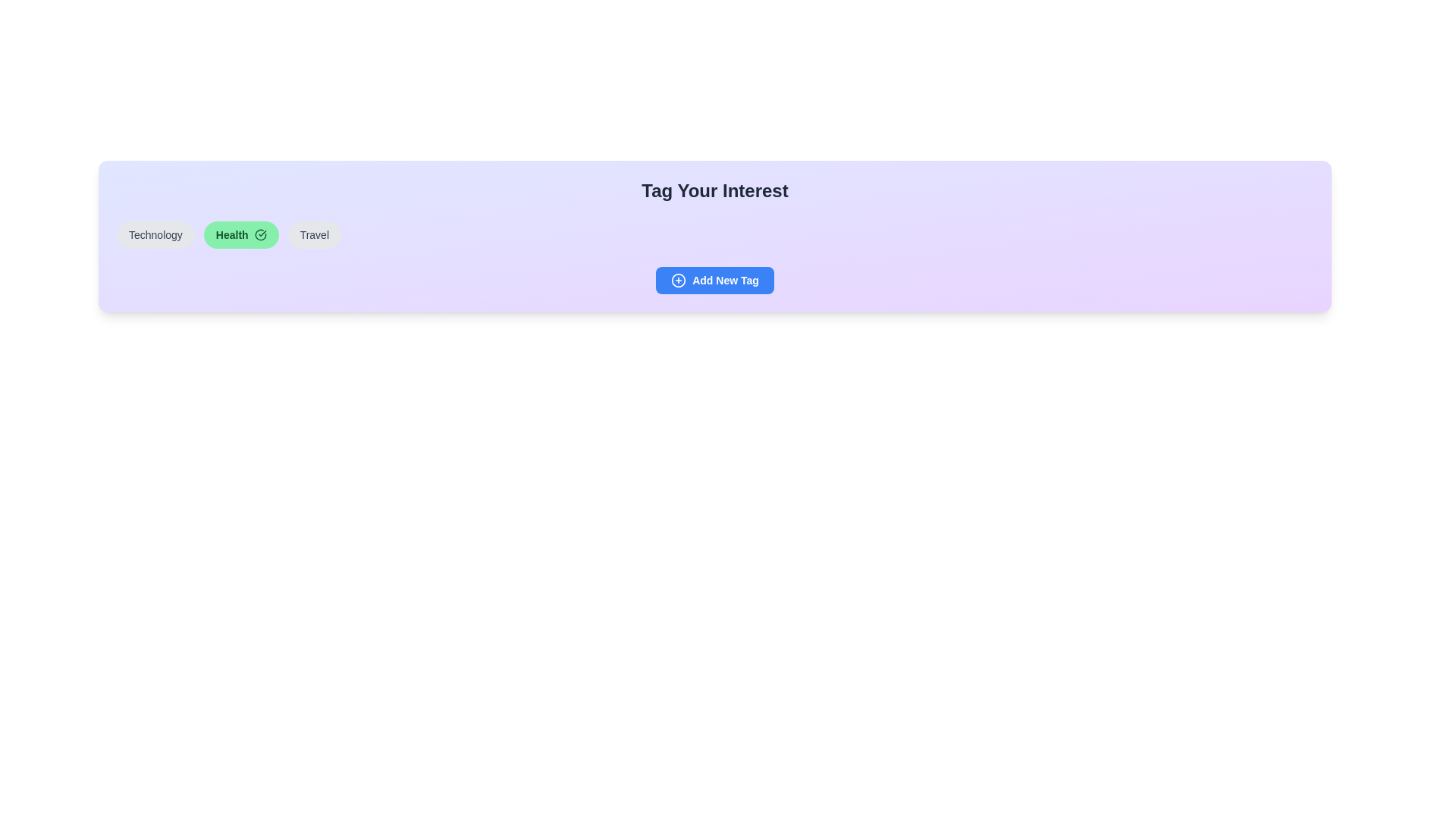 This screenshot has width=1456, height=819. Describe the element at coordinates (240, 234) in the screenshot. I see `the 'Health' button, which is a rounded rectangular button with a green background and the word 'Health' in bold, dark green text, located between the 'Technology' and 'Travel' buttons` at that location.